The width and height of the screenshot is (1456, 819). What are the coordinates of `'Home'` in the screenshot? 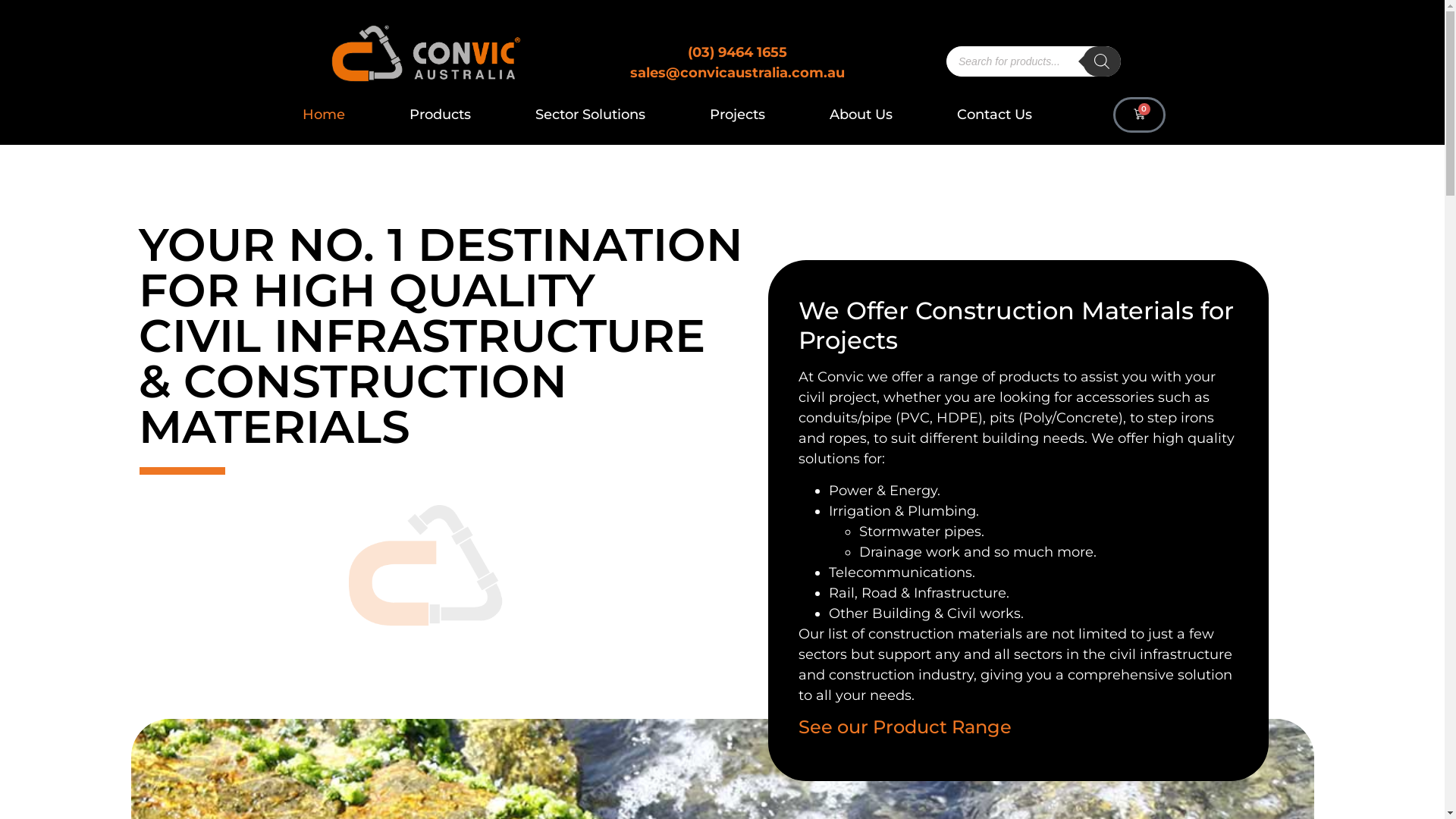 It's located at (287, 113).